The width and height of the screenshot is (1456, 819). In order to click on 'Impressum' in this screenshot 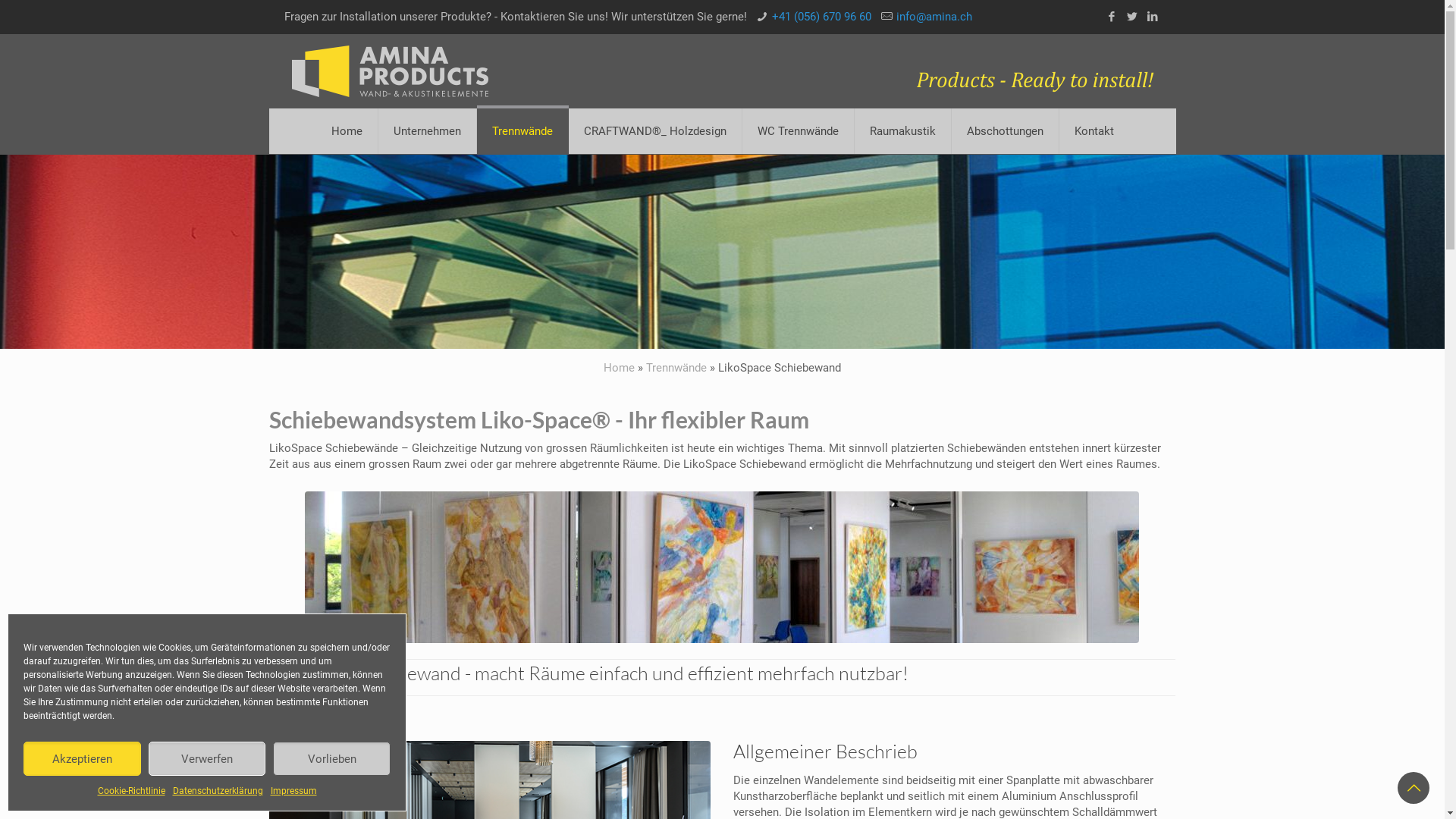, I will do `click(269, 790)`.